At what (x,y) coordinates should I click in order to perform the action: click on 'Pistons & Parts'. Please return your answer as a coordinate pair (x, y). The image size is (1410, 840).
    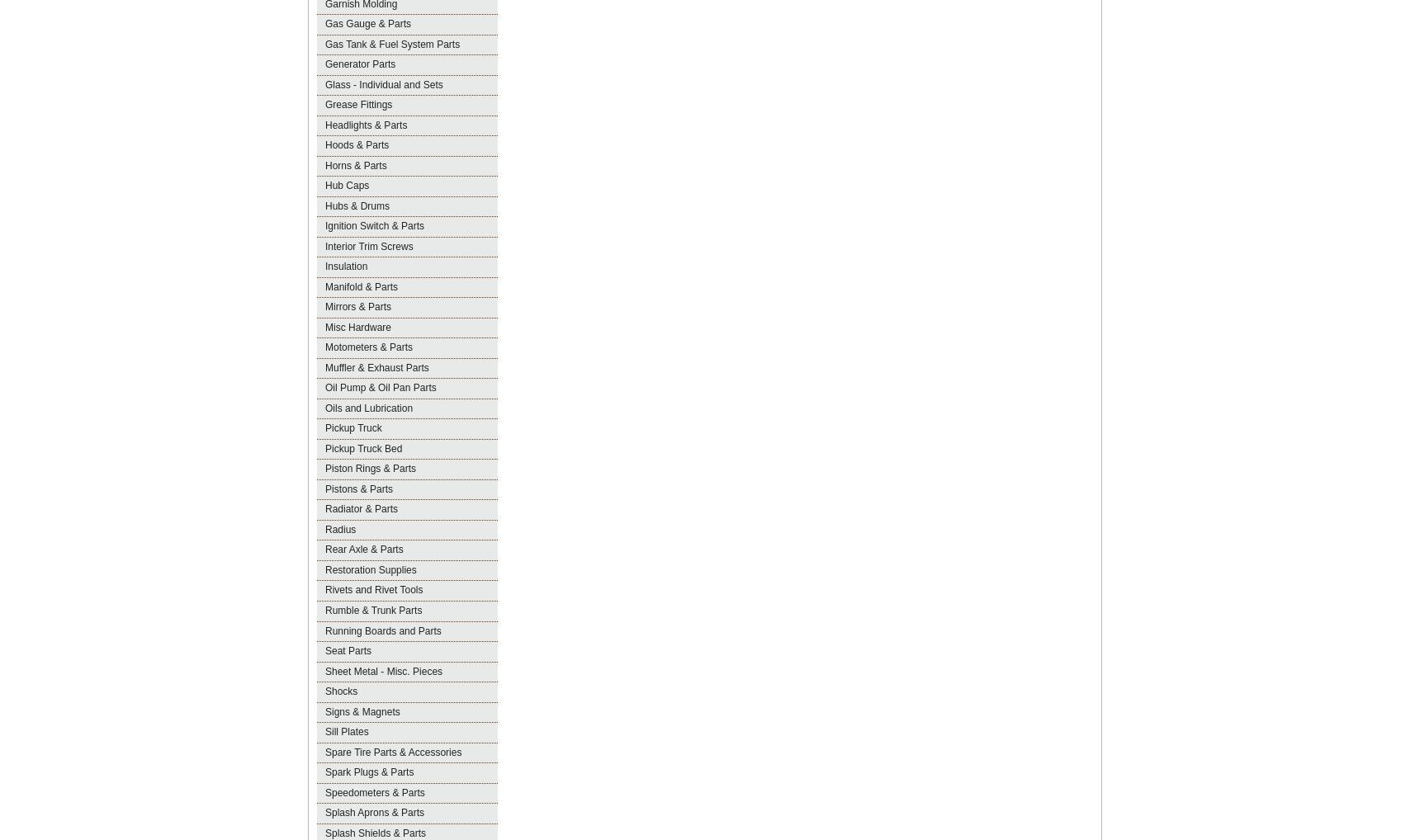
    Looking at the image, I should click on (325, 488).